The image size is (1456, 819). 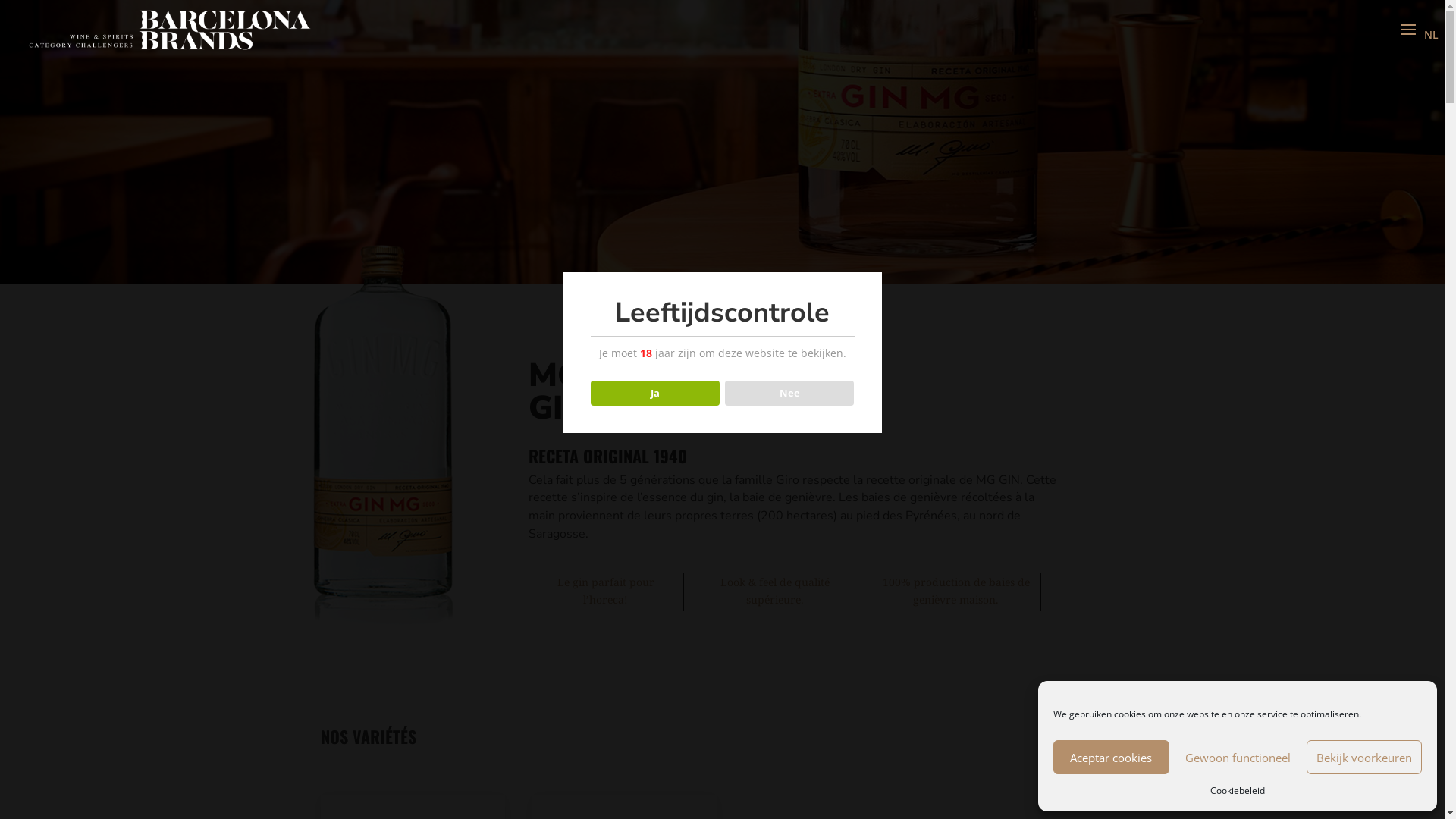 What do you see at coordinates (1430, 34) in the screenshot?
I see `'NL'` at bounding box center [1430, 34].